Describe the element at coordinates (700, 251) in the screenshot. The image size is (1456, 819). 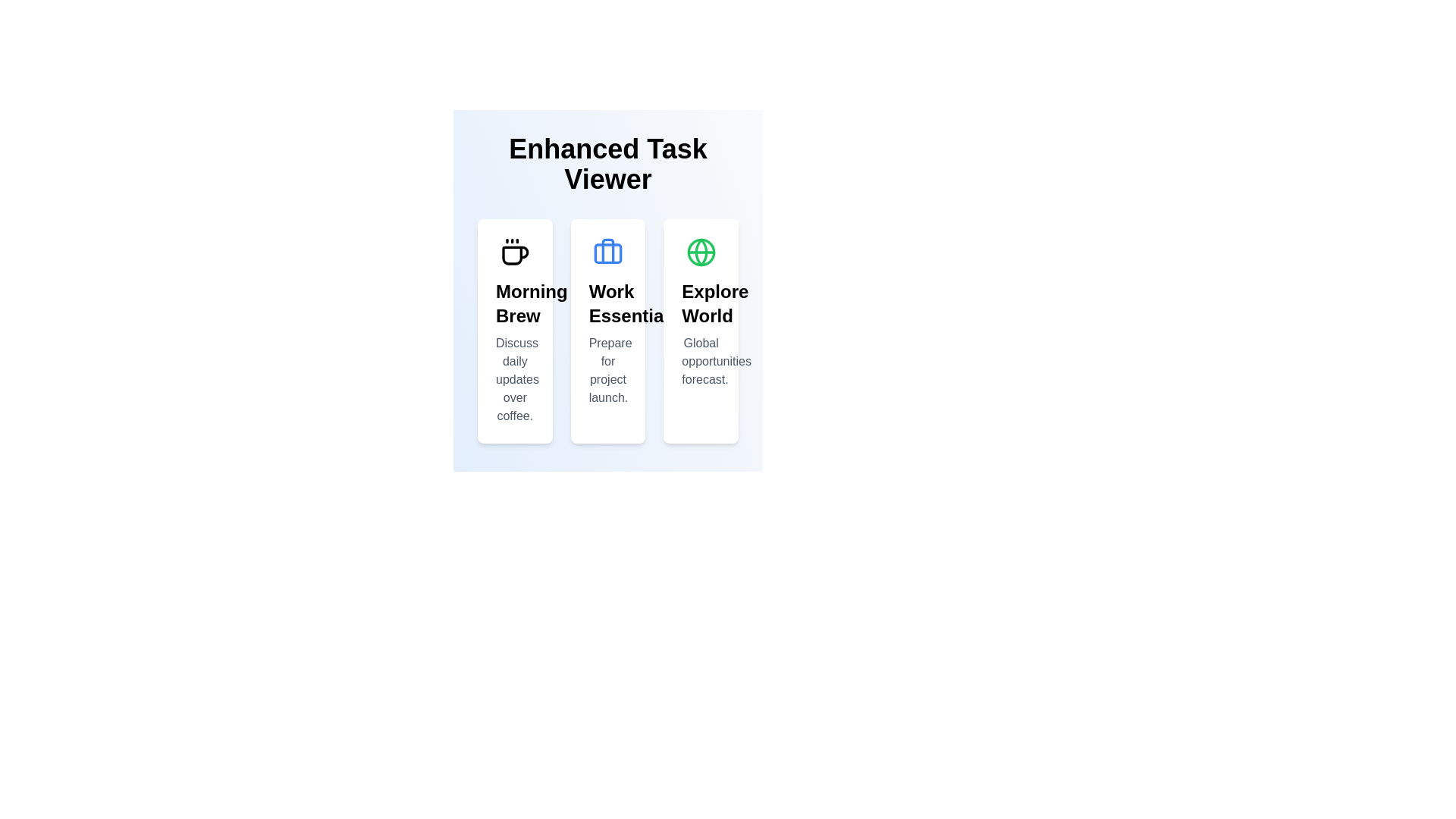
I see `the central circular part of the green globe icon in the 'Explore World' section, located in the third card of the layout` at that location.